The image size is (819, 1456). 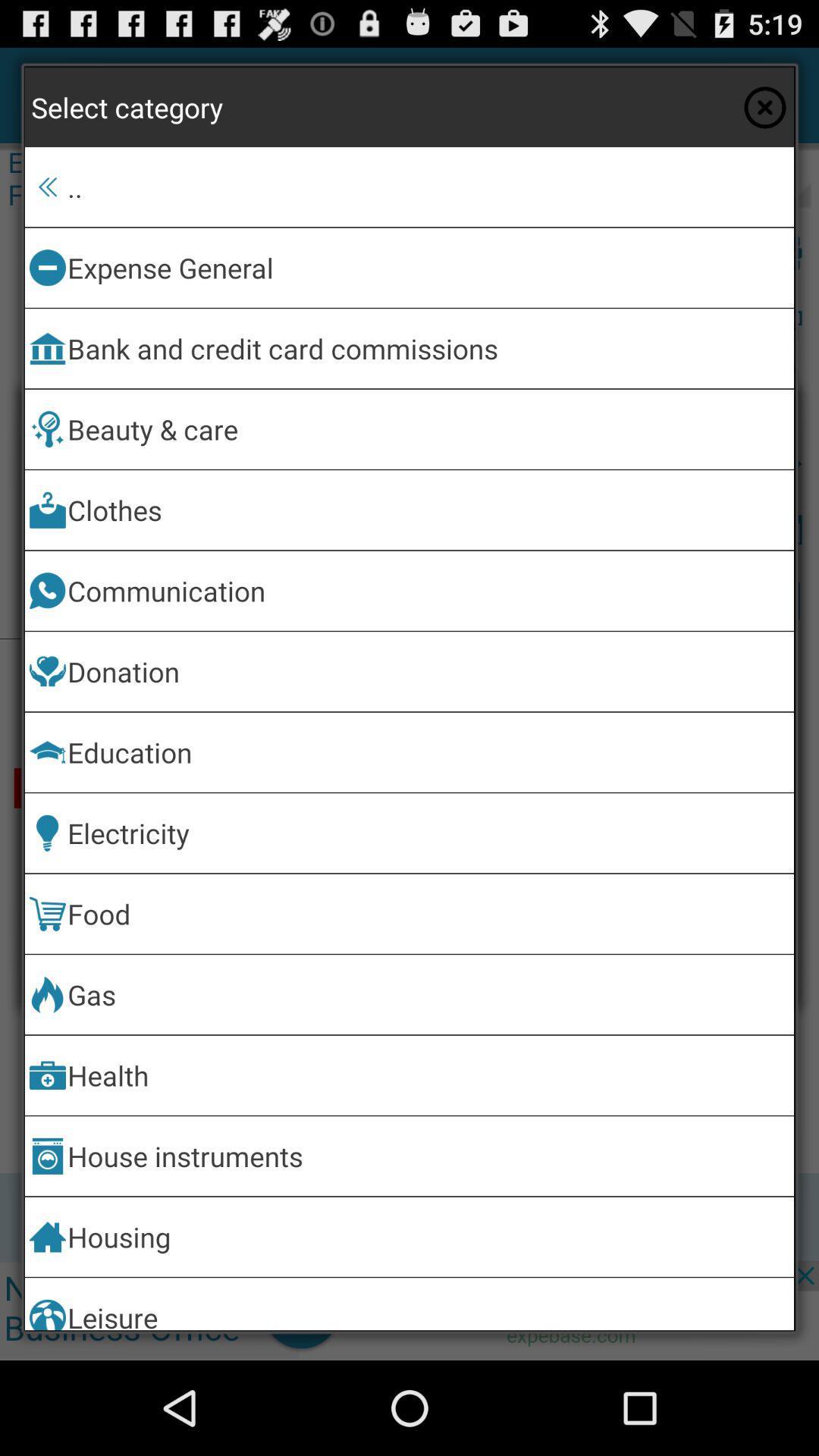 I want to click on the .. item, so click(x=428, y=186).